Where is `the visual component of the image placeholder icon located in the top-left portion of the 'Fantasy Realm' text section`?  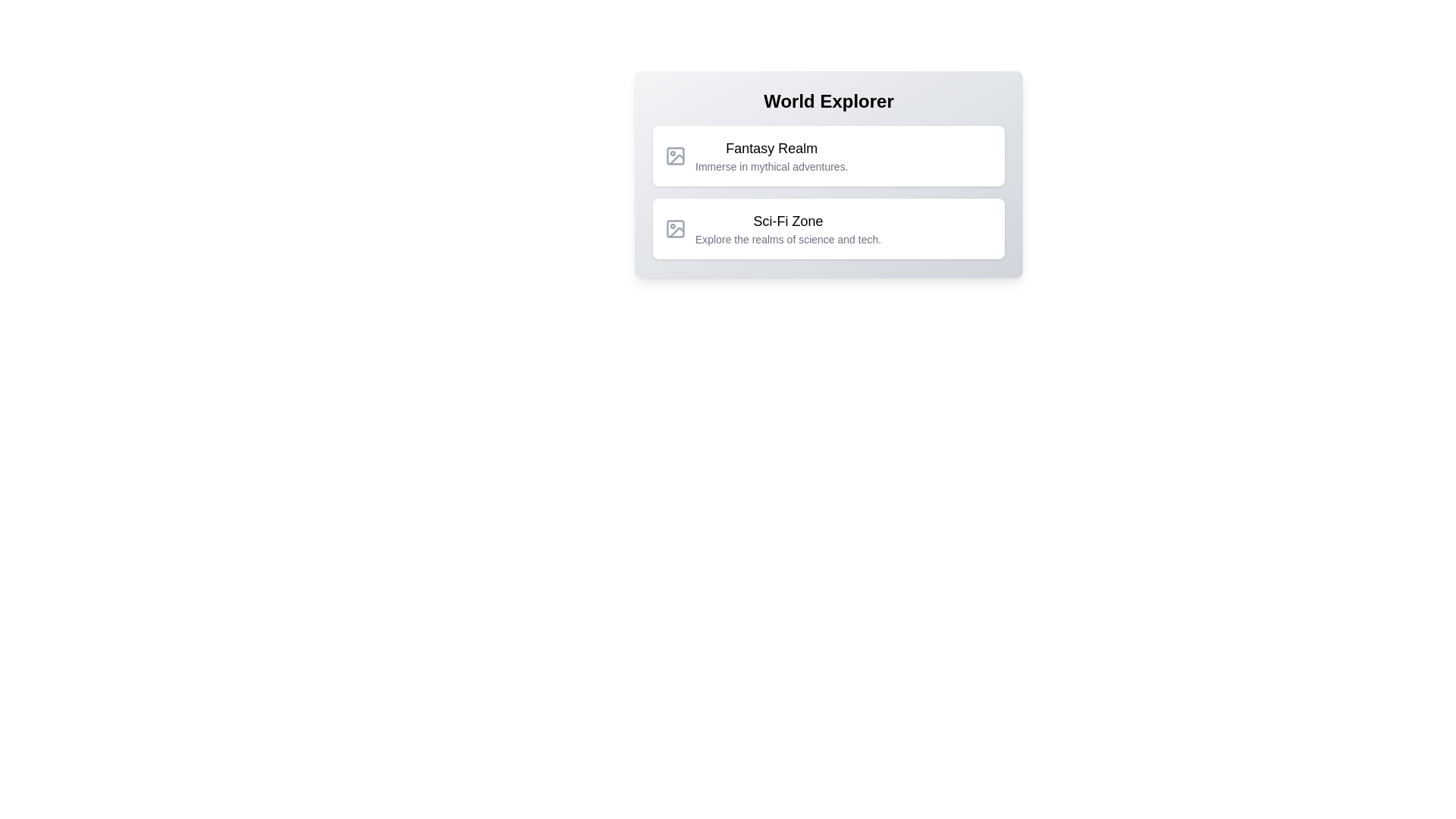
the visual component of the image placeholder icon located in the top-left portion of the 'Fantasy Realm' text section is located at coordinates (675, 155).